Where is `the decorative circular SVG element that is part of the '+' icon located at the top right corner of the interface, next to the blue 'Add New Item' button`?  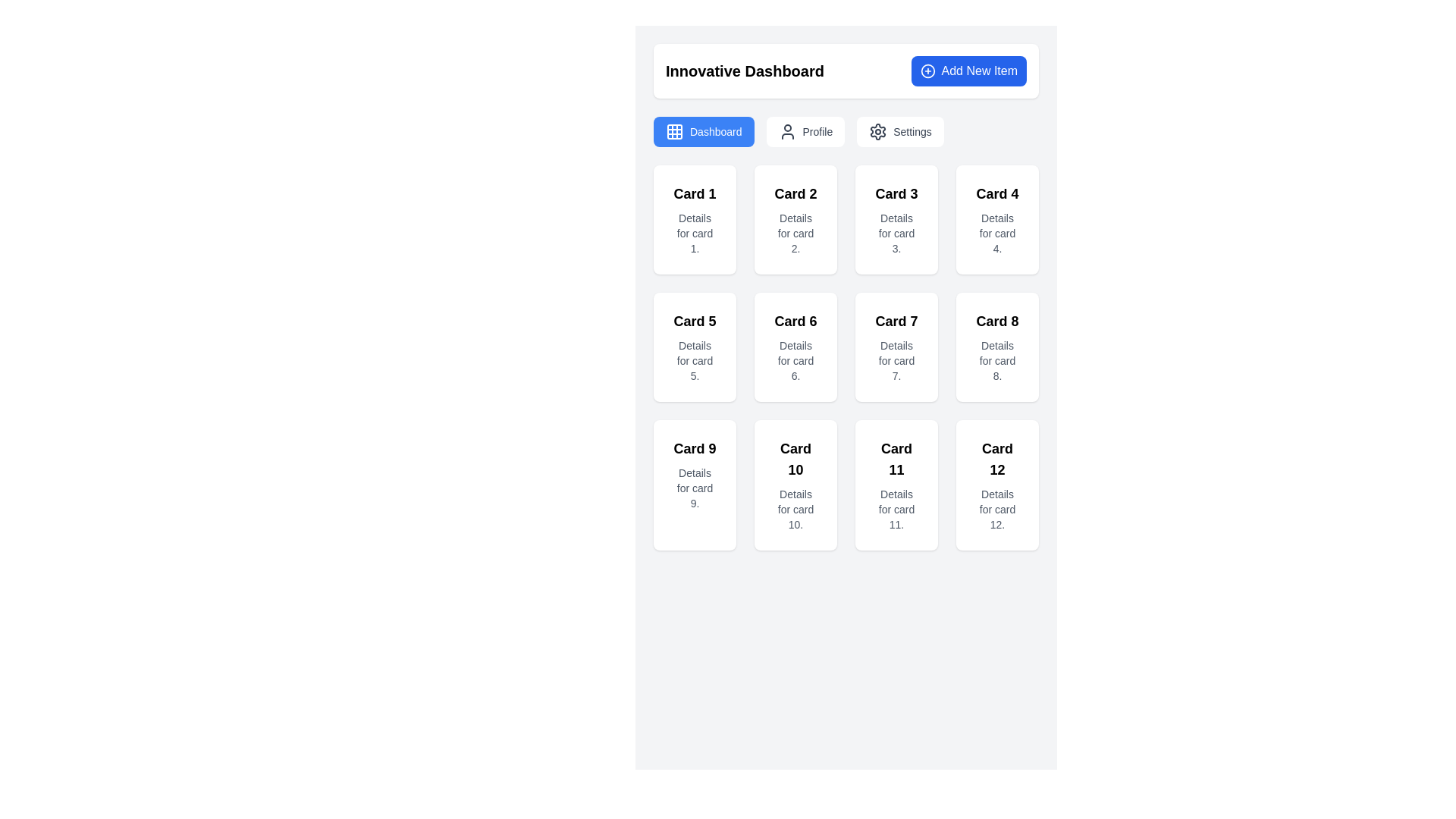 the decorative circular SVG element that is part of the '+' icon located at the top right corner of the interface, next to the blue 'Add New Item' button is located at coordinates (927, 71).